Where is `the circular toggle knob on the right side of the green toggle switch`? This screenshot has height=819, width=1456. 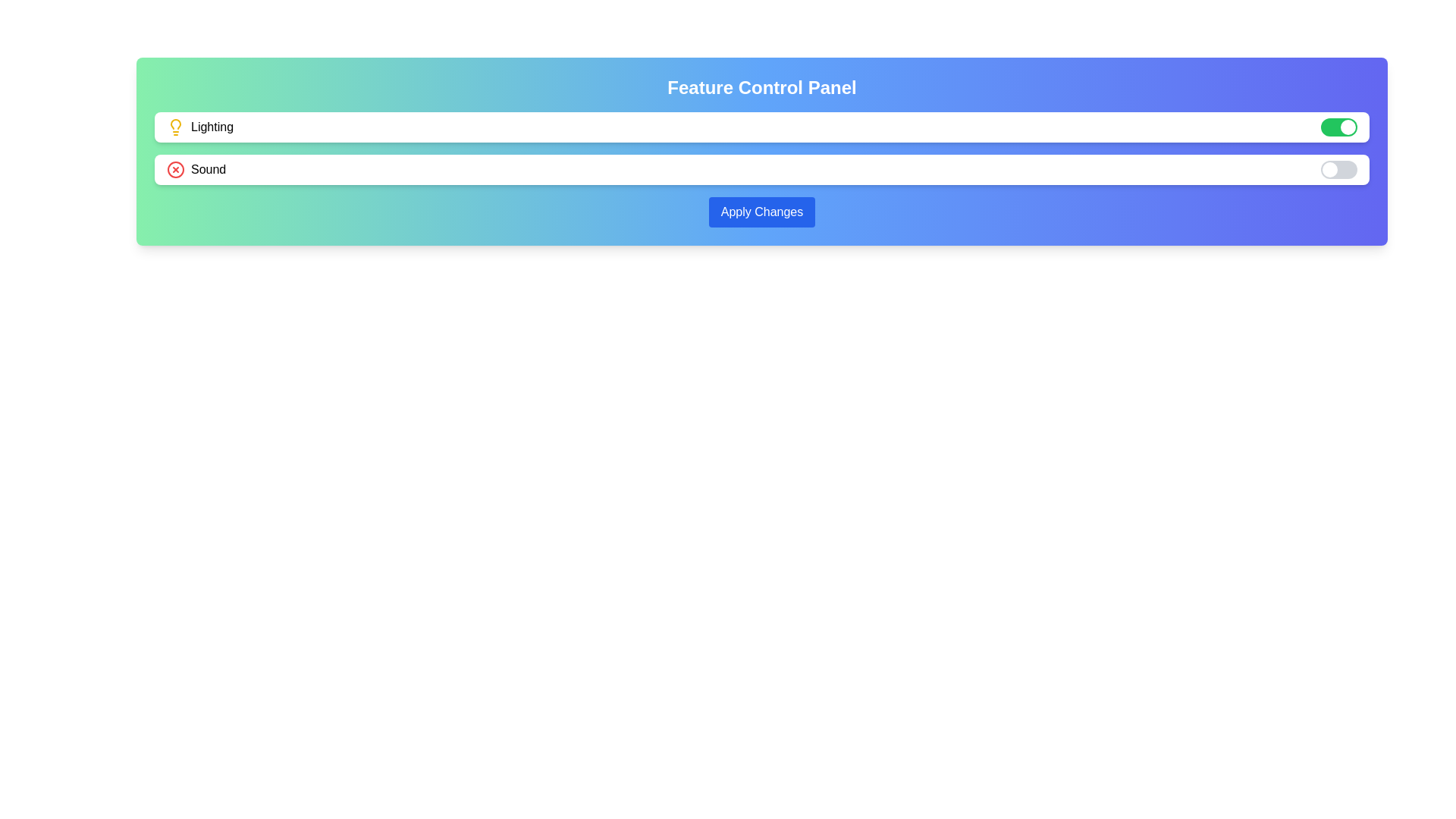 the circular toggle knob on the right side of the green toggle switch is located at coordinates (1348, 127).